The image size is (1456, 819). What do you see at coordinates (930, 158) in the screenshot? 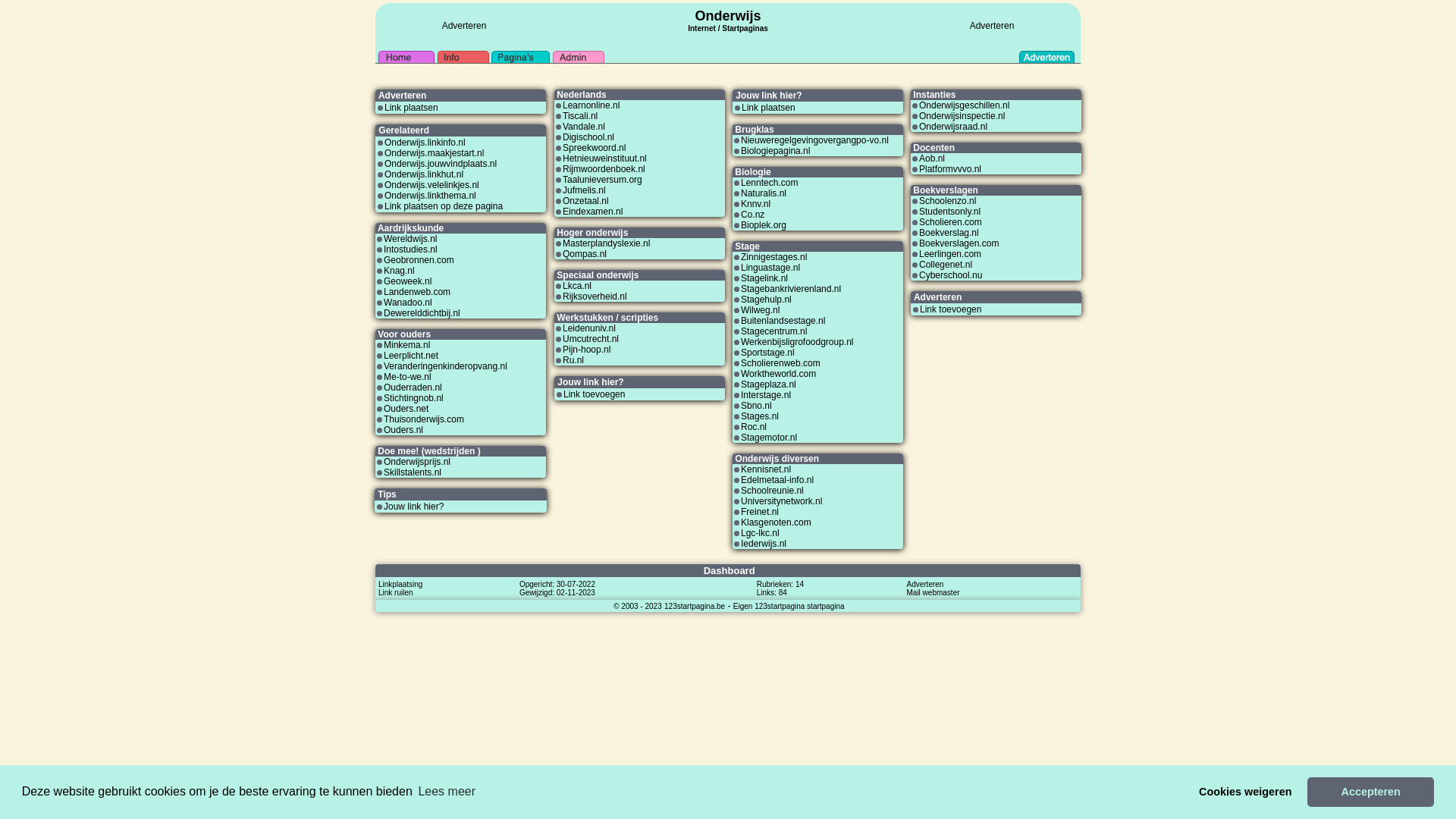
I see `'Aob.nl'` at bounding box center [930, 158].